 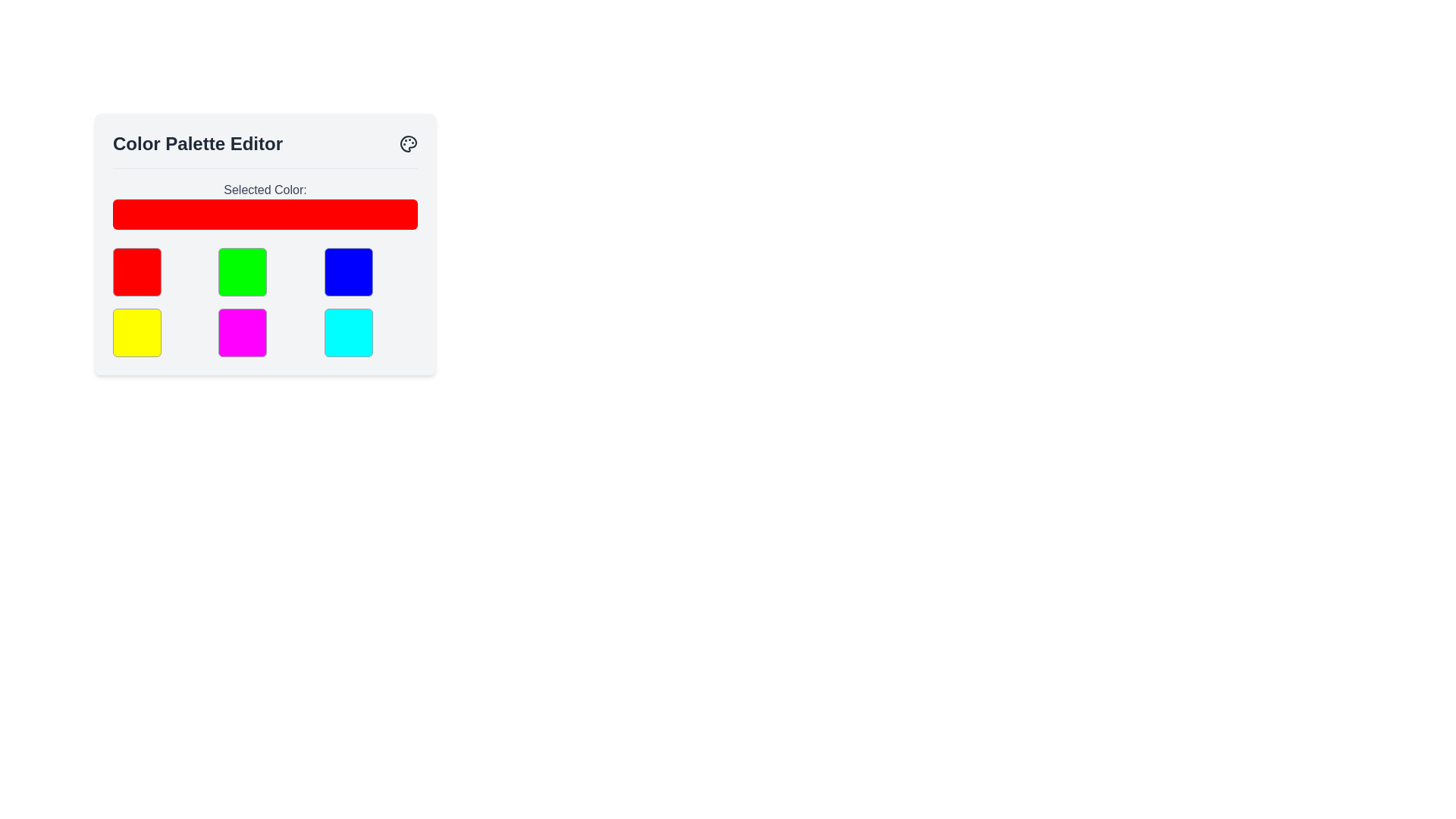 What do you see at coordinates (265, 214) in the screenshot?
I see `the bright red color display box located below the 'Selected Color:' text in the 'Color Palette Editor' panel` at bounding box center [265, 214].